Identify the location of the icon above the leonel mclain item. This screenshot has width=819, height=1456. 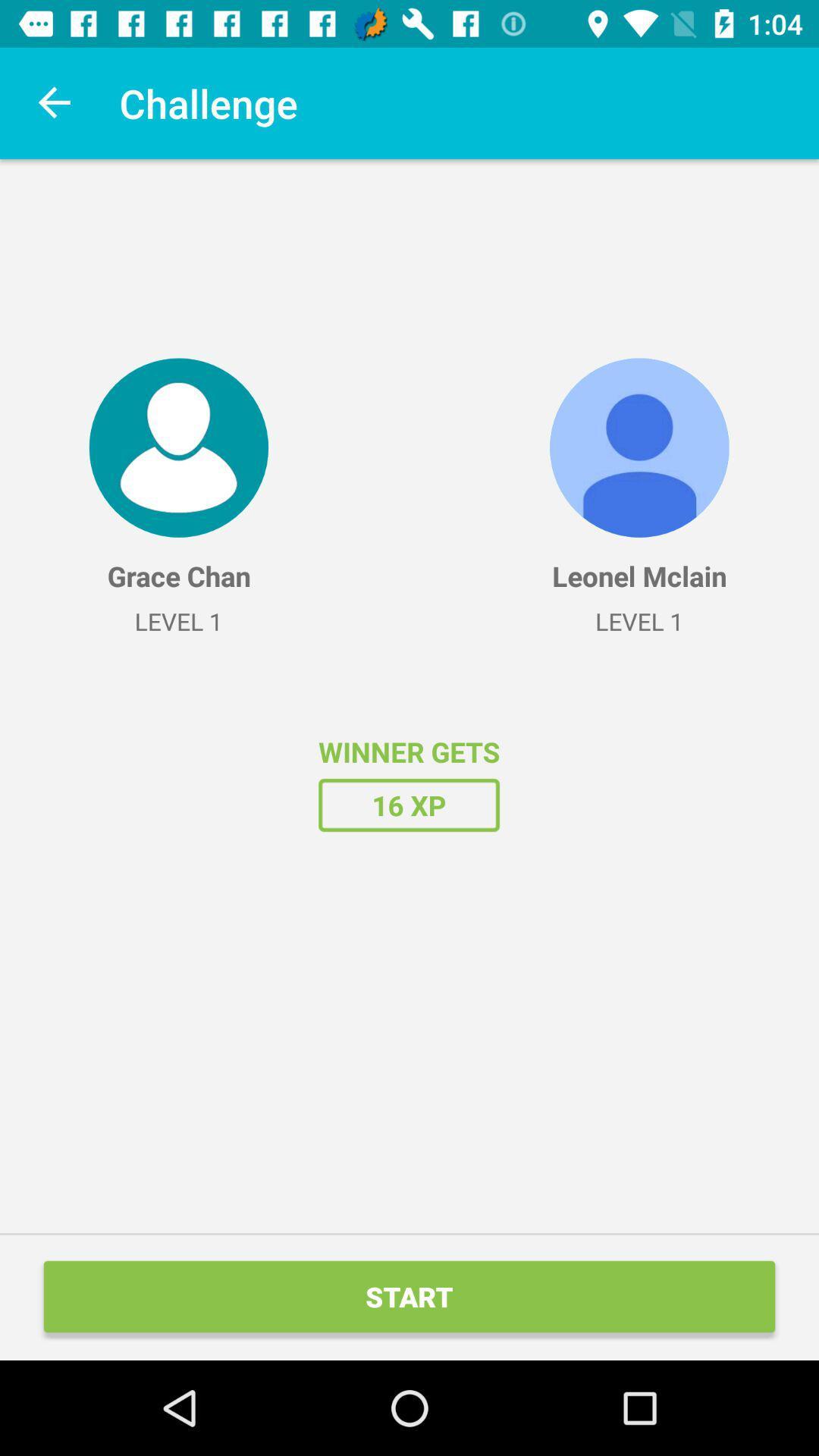
(639, 447).